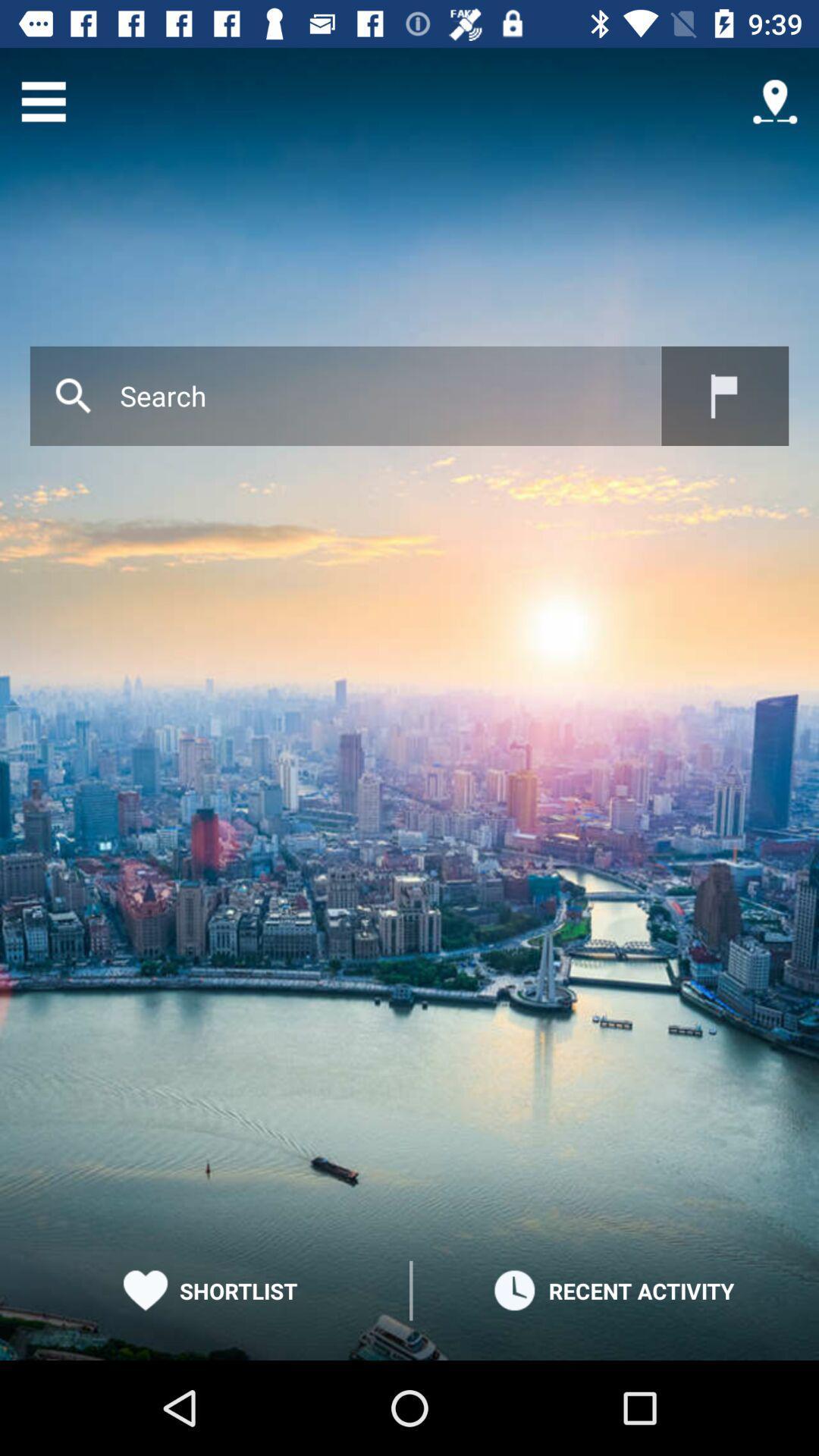  Describe the element at coordinates (775, 101) in the screenshot. I see `navigation` at that location.